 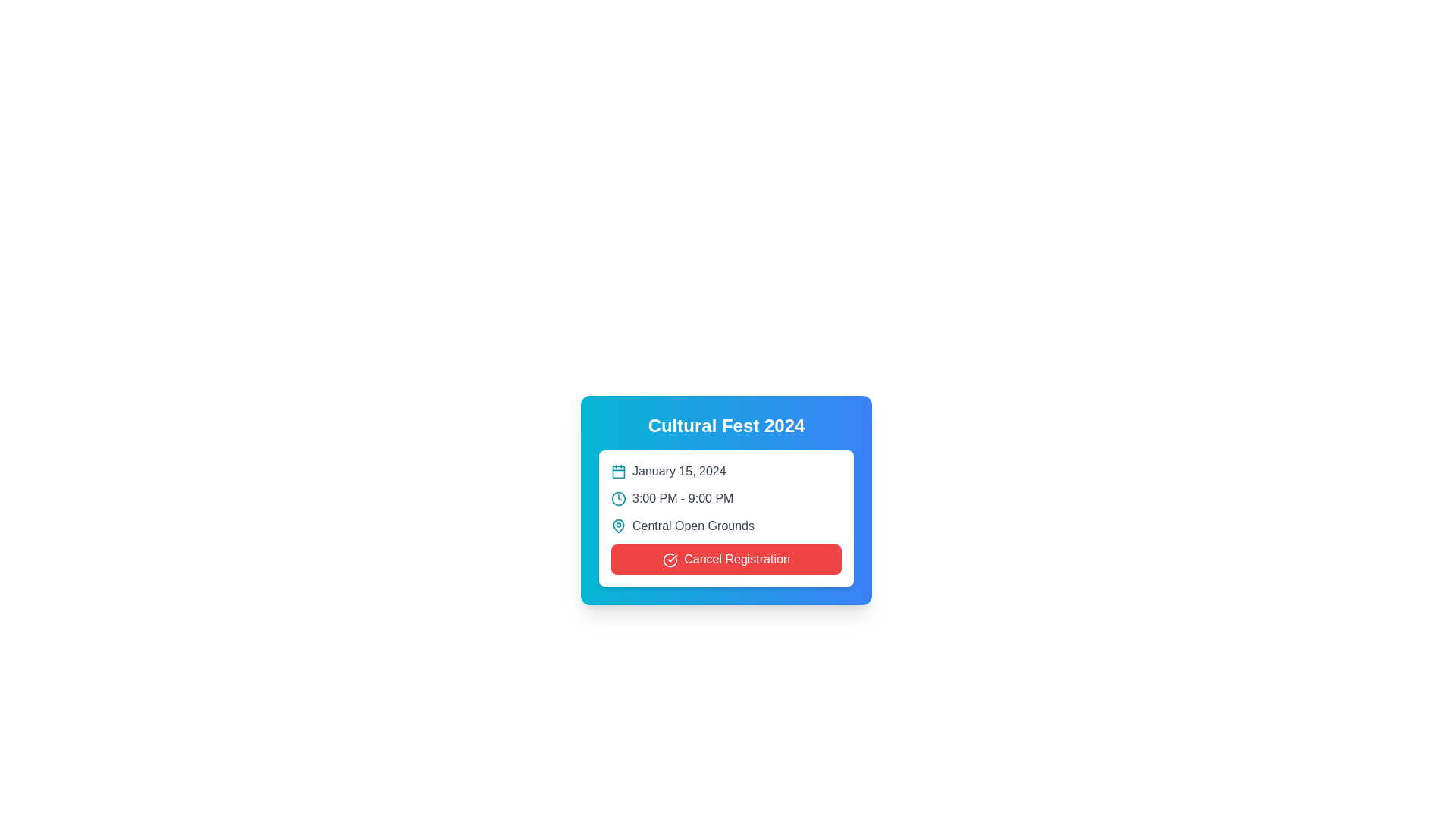 What do you see at coordinates (726, 499) in the screenshot?
I see `displayed time range text '3:00 PM - 9:00 PM' located in the pop-up card titled 'Cultural Fest 2024', which has a small clock icon to its left` at bounding box center [726, 499].